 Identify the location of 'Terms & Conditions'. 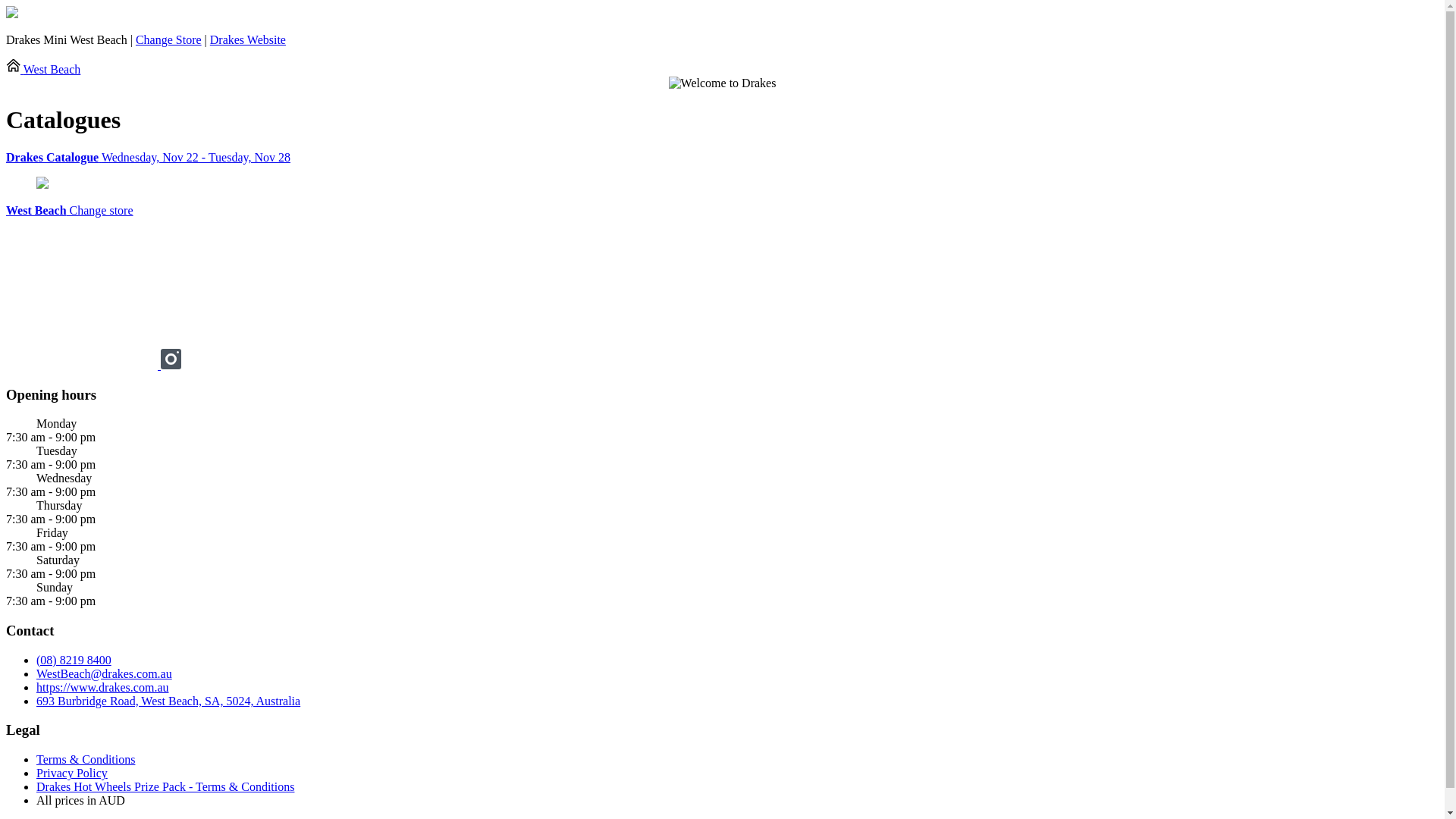
(85, 759).